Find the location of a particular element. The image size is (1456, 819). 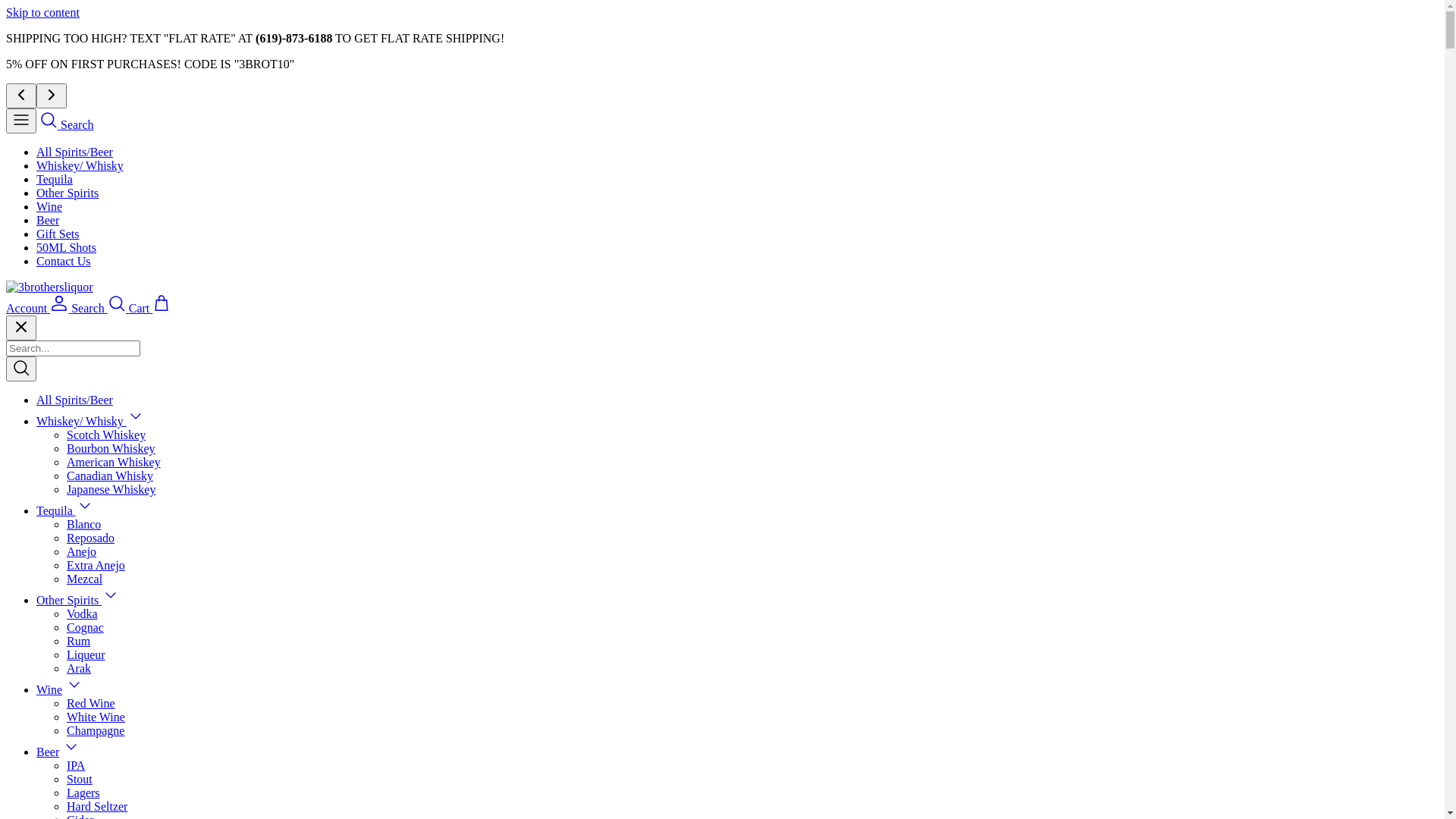

'White Wine' is located at coordinates (65, 717).